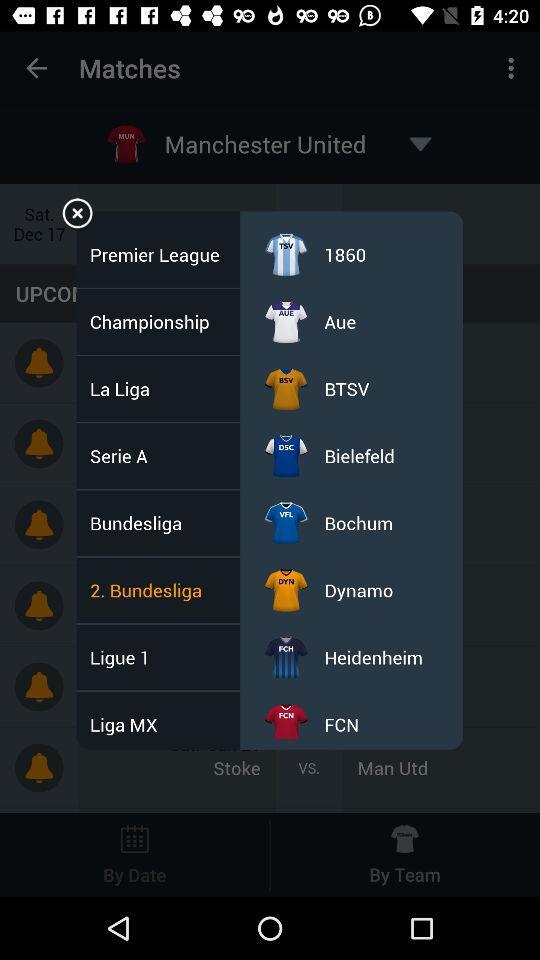  I want to click on the fcn, so click(340, 723).